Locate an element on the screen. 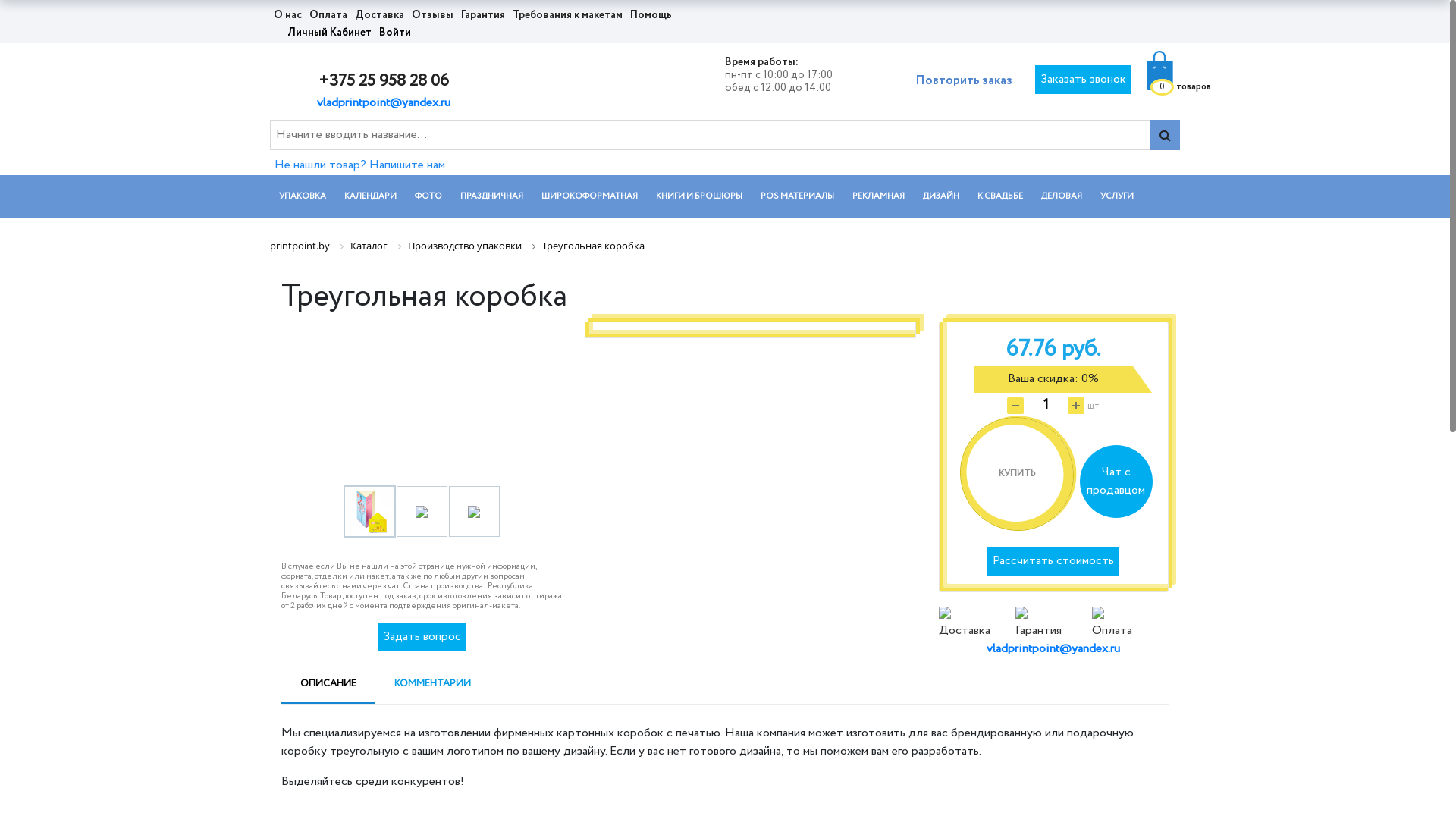 The width and height of the screenshot is (1456, 819). 'vladprintpoint@yandex.ru' is located at coordinates (315, 102).